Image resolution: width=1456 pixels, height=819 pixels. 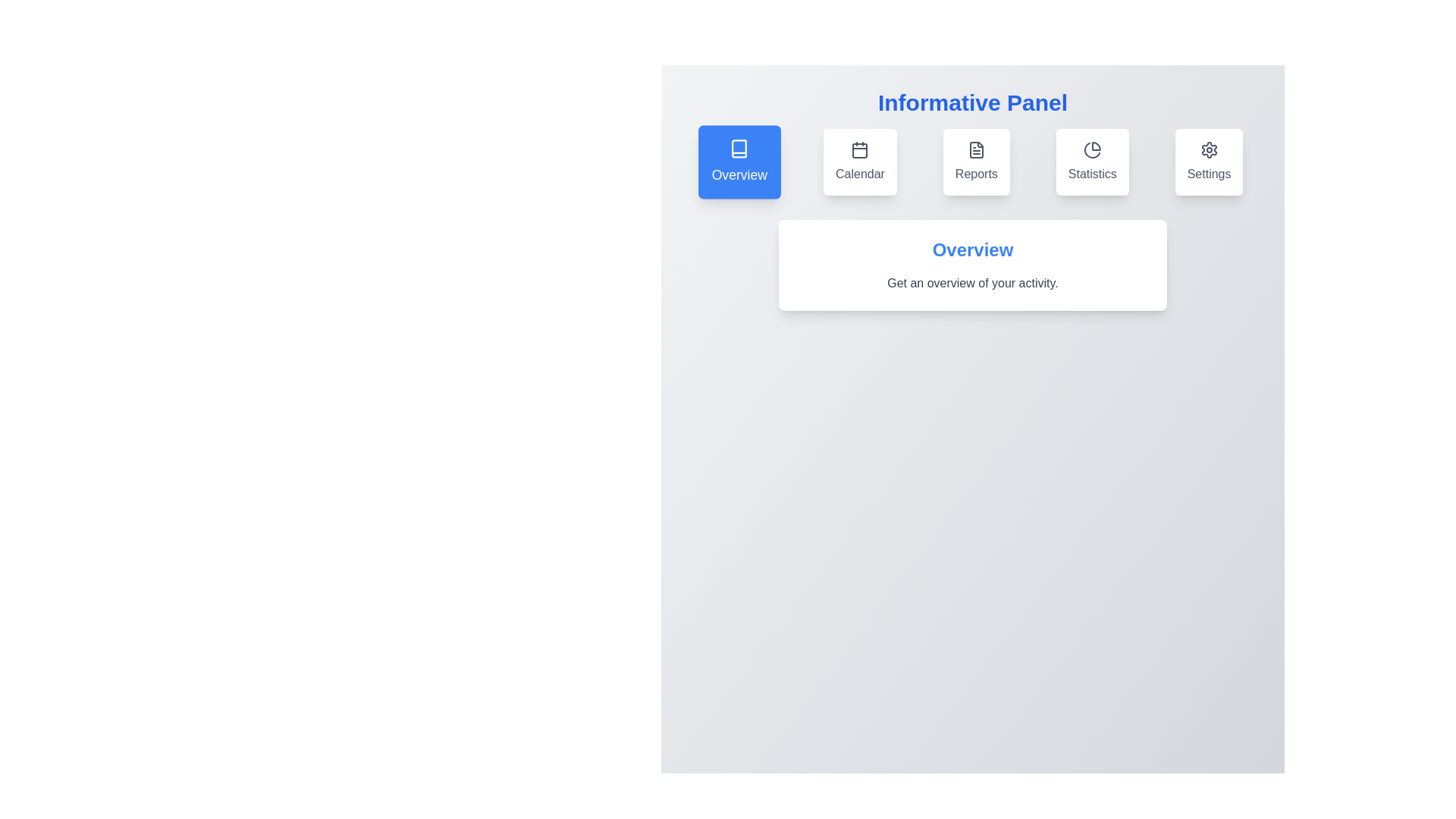 What do you see at coordinates (860, 151) in the screenshot?
I see `the rounded rectangle area within the calendar icon, which is the second element from the left in the top navigation area` at bounding box center [860, 151].